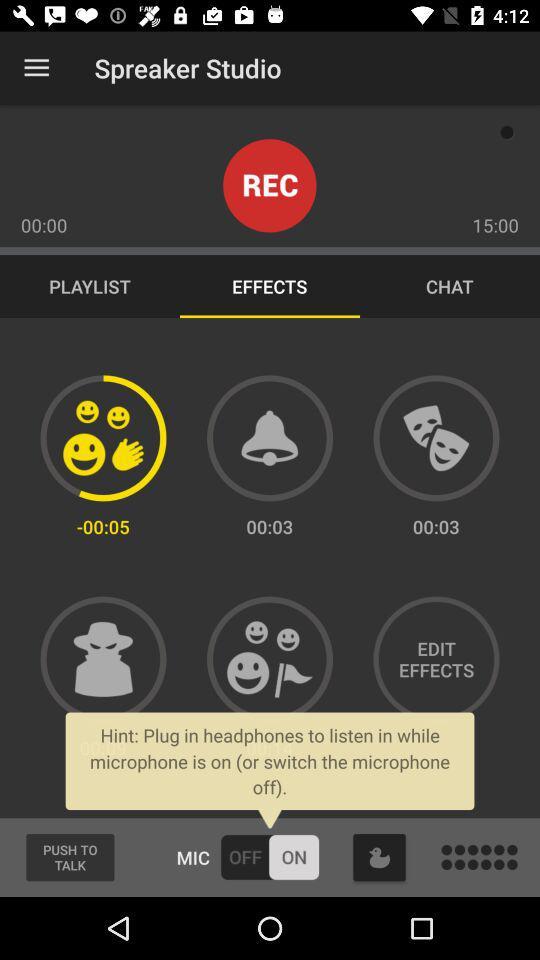 This screenshot has height=960, width=540. I want to click on go incognito, so click(103, 658).